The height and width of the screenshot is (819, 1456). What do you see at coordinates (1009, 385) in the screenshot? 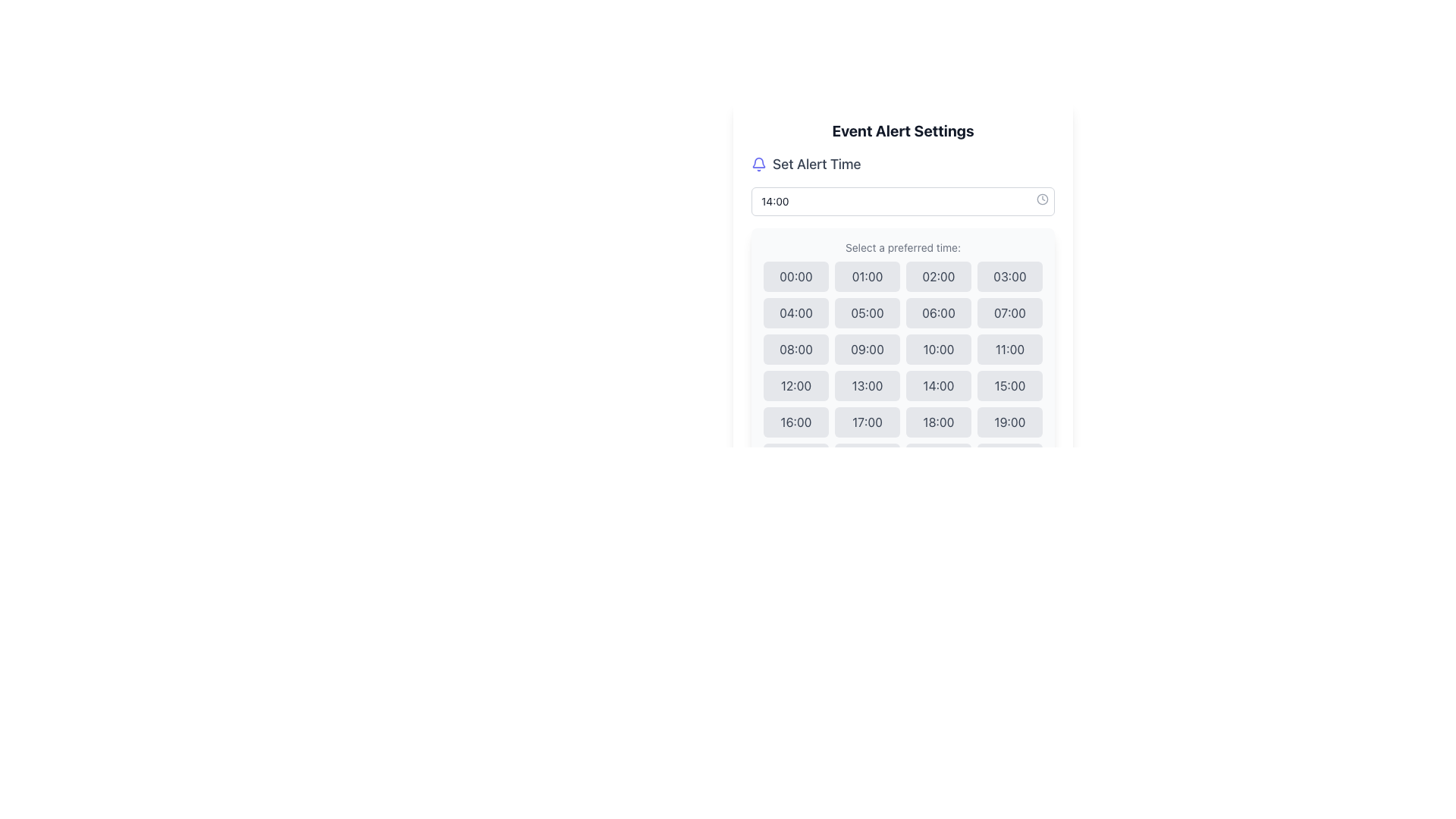
I see `the button located in the fourth column of the fourth row` at bounding box center [1009, 385].